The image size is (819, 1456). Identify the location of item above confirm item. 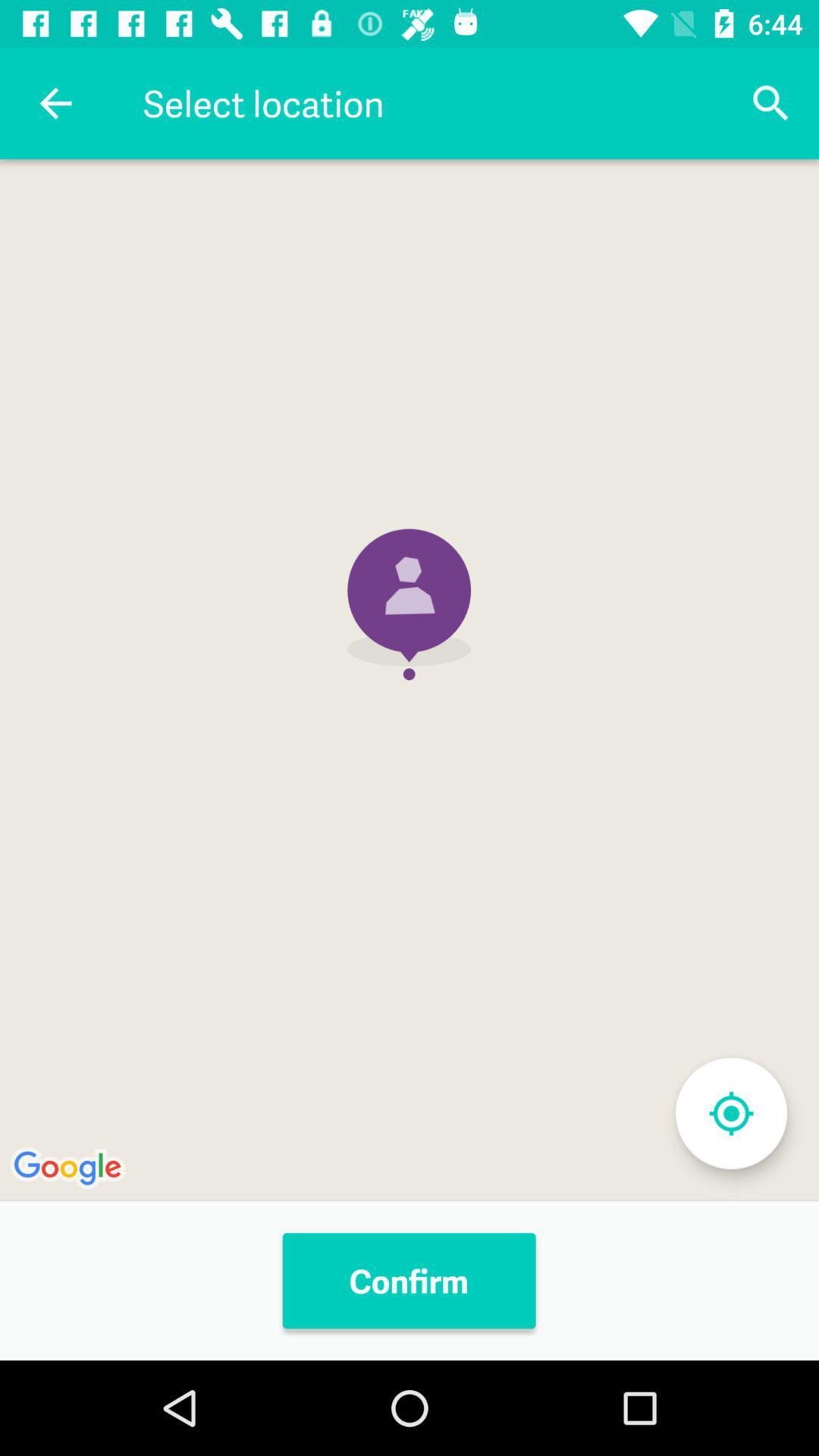
(409, 679).